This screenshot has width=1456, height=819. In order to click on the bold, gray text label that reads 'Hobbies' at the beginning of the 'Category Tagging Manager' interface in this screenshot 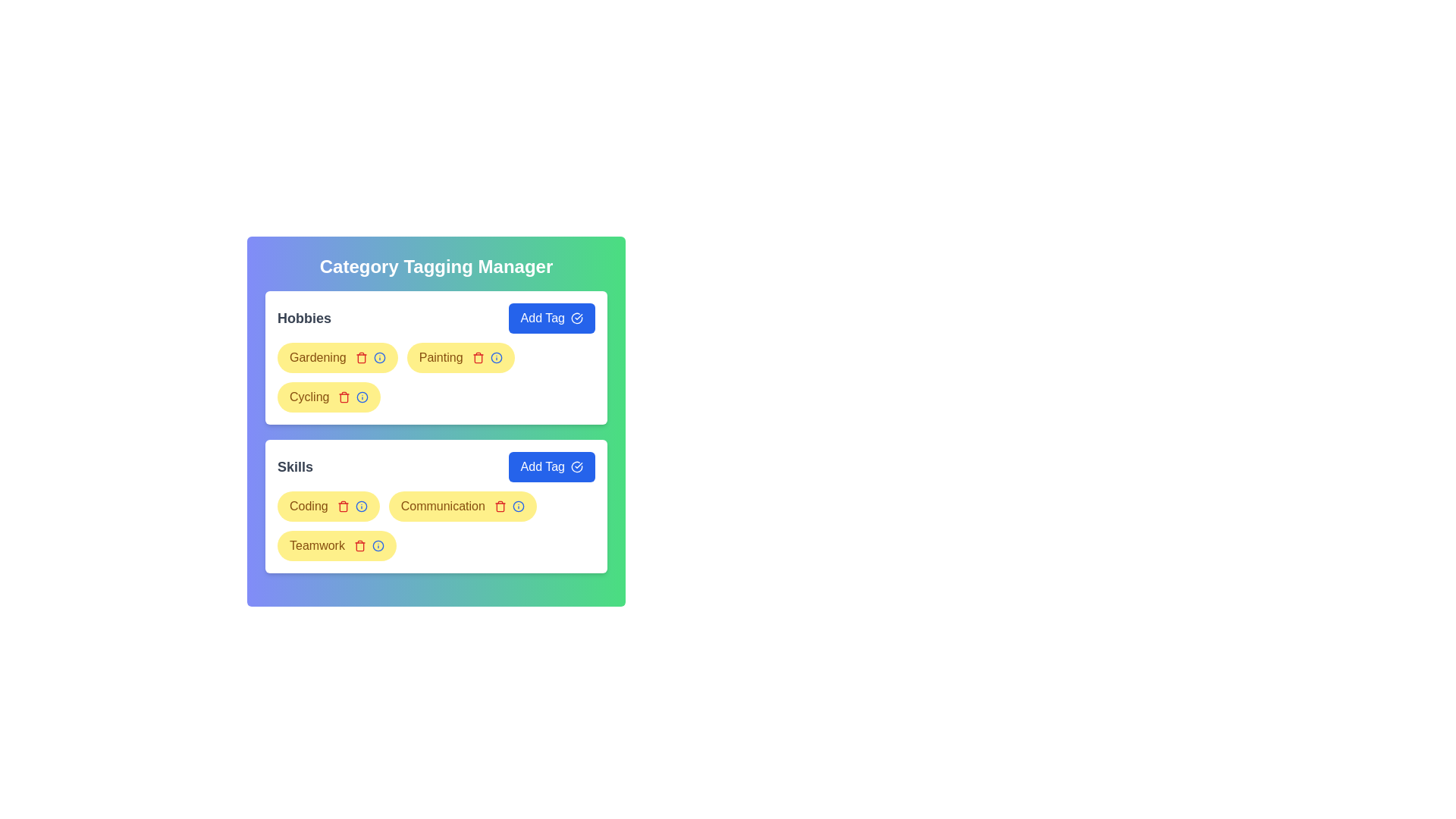, I will do `click(303, 318)`.